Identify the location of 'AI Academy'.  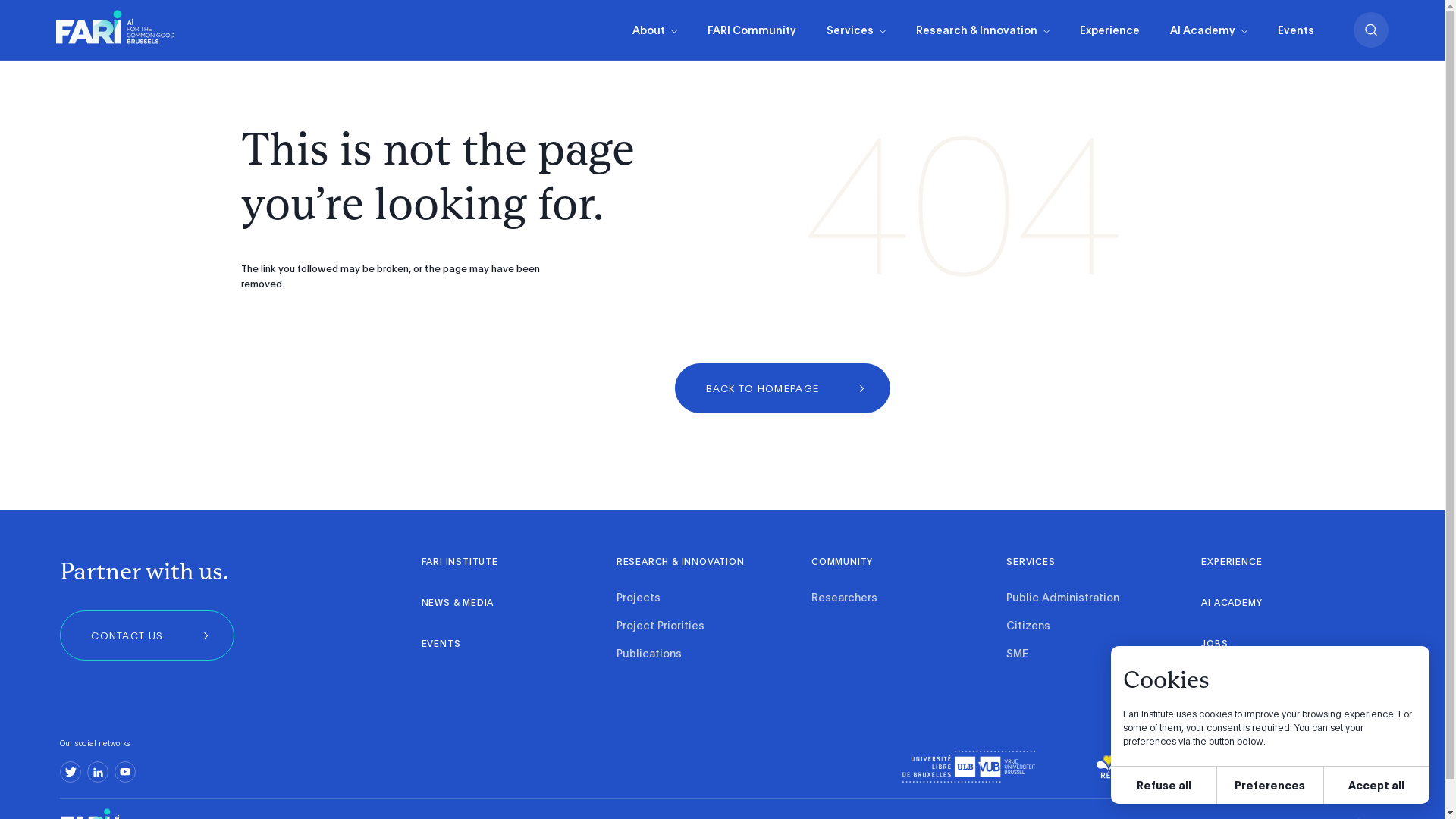
(1207, 30).